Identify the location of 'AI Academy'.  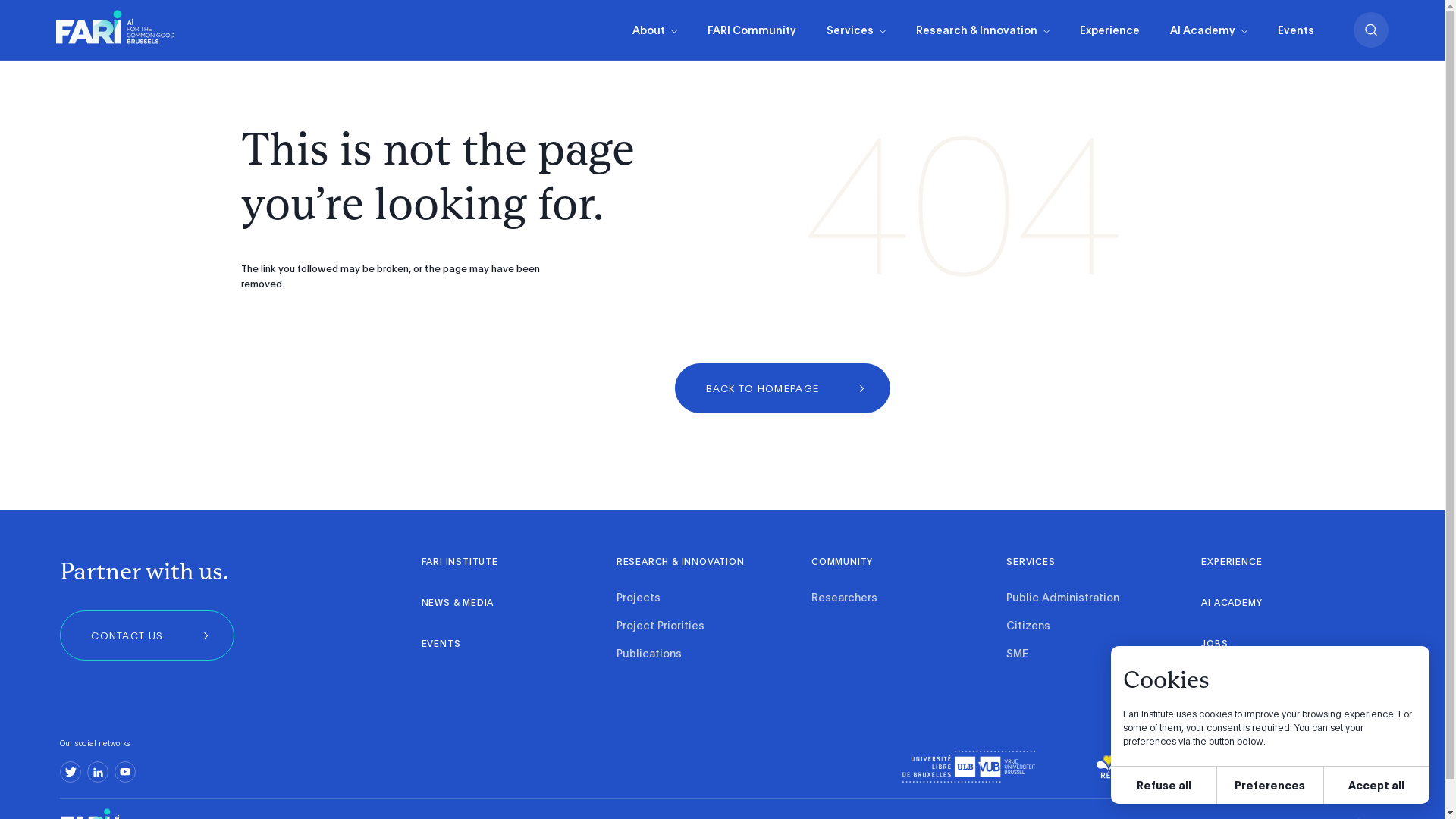
(1207, 30).